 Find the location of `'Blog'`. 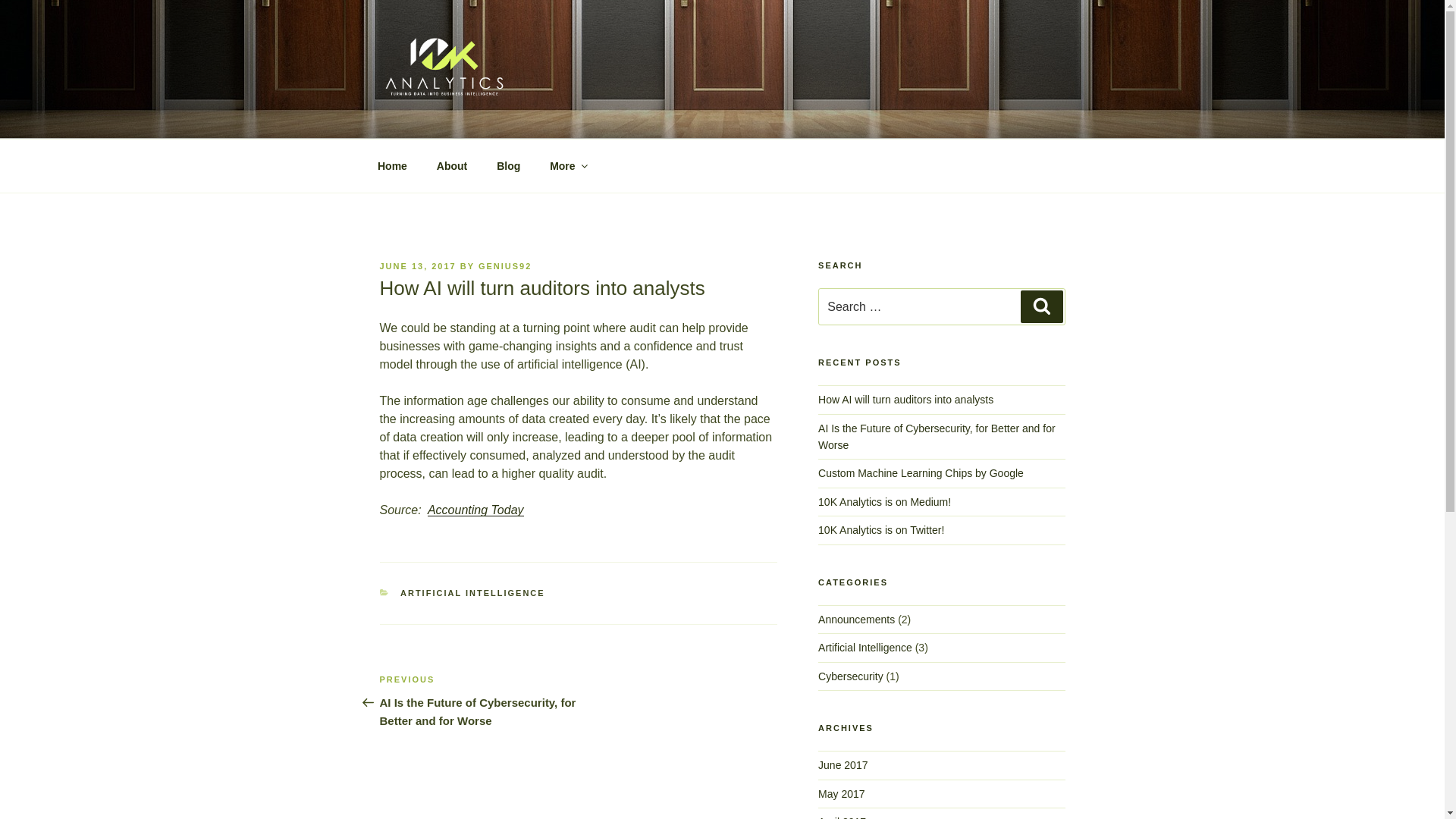

'Blog' is located at coordinates (509, 165).